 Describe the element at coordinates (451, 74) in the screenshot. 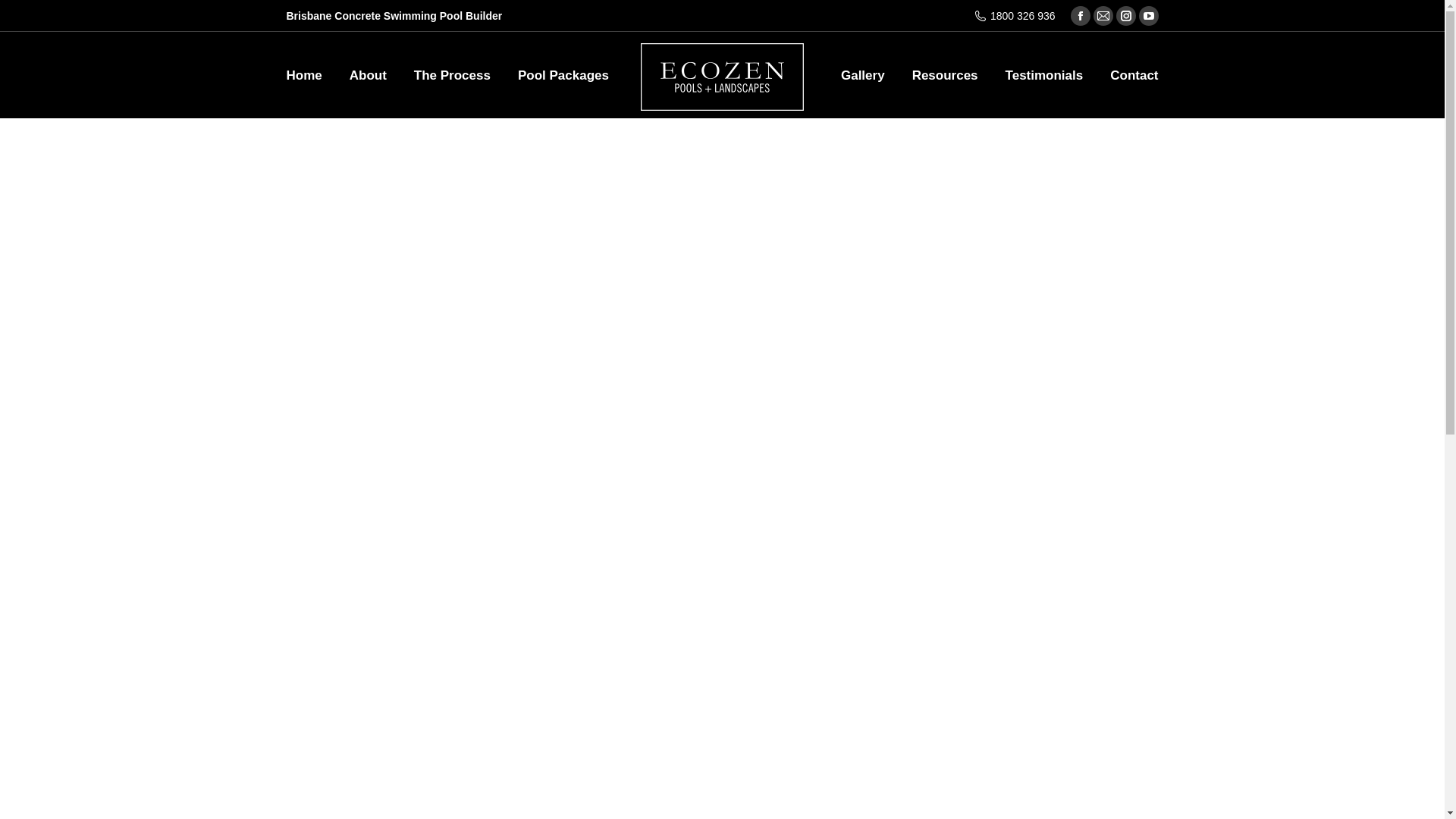

I see `'The Process'` at that location.